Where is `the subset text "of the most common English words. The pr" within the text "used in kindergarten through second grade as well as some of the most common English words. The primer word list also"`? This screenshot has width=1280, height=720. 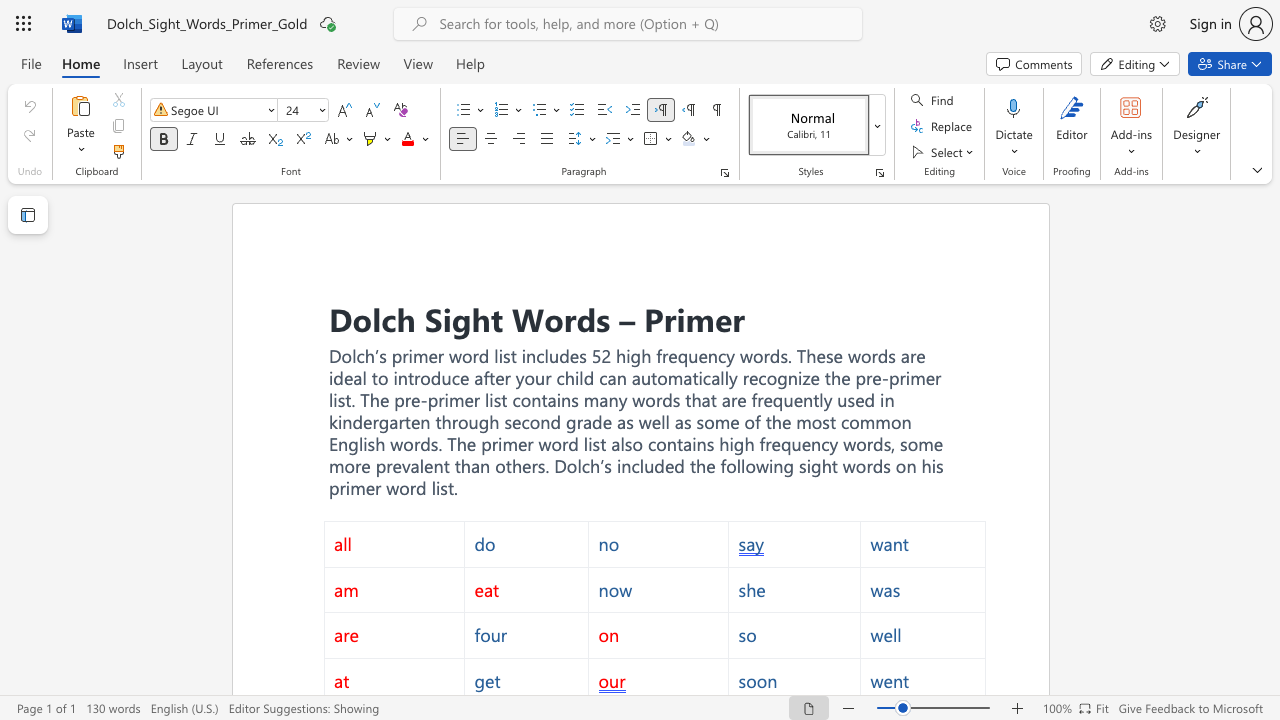 the subset text "of the most common English words. The pr" within the text "used in kindergarten through second grade as well as some of the most common English words. The primer word list also" is located at coordinates (743, 420).